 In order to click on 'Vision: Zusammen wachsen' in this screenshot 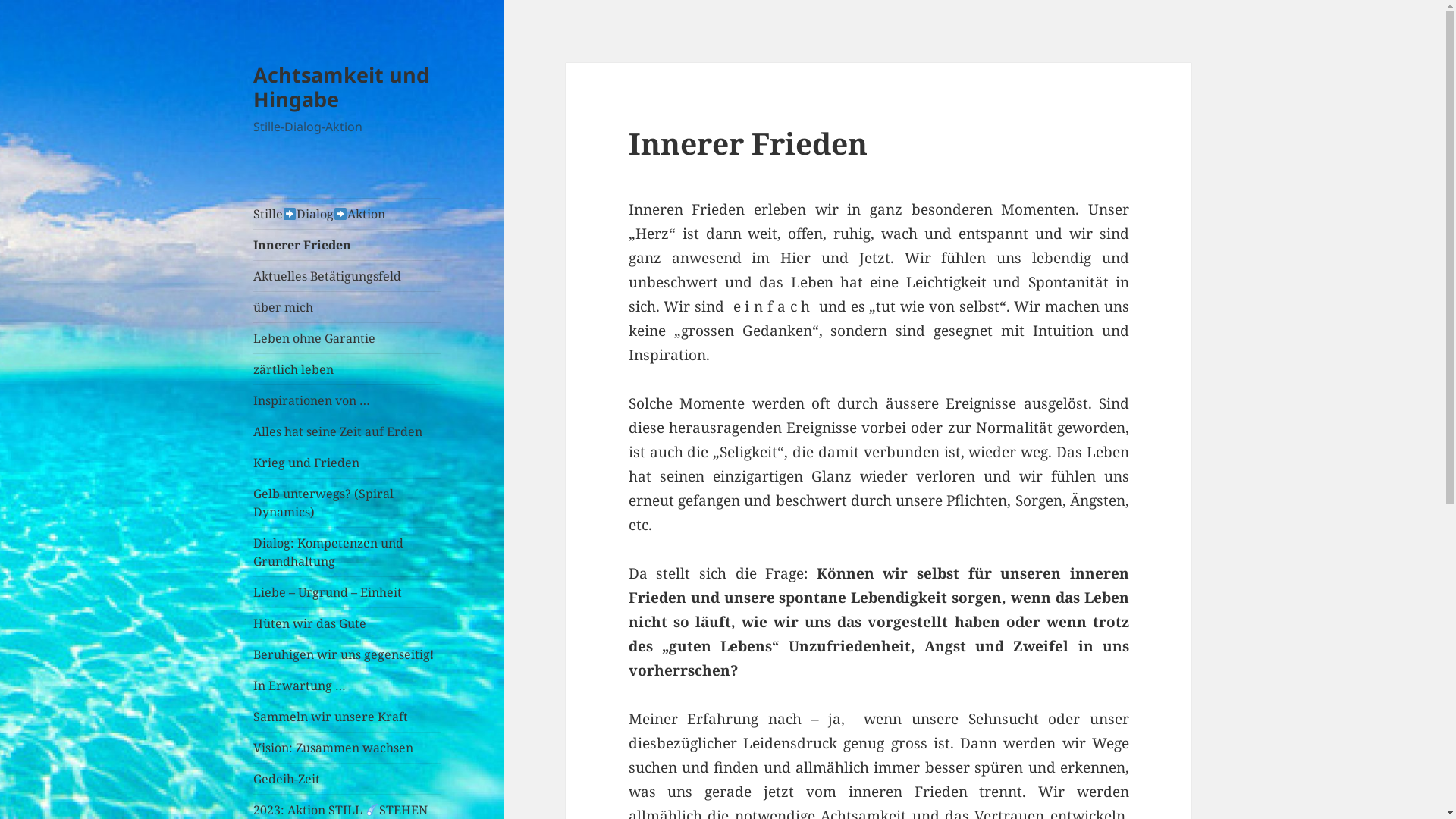, I will do `click(346, 747)`.